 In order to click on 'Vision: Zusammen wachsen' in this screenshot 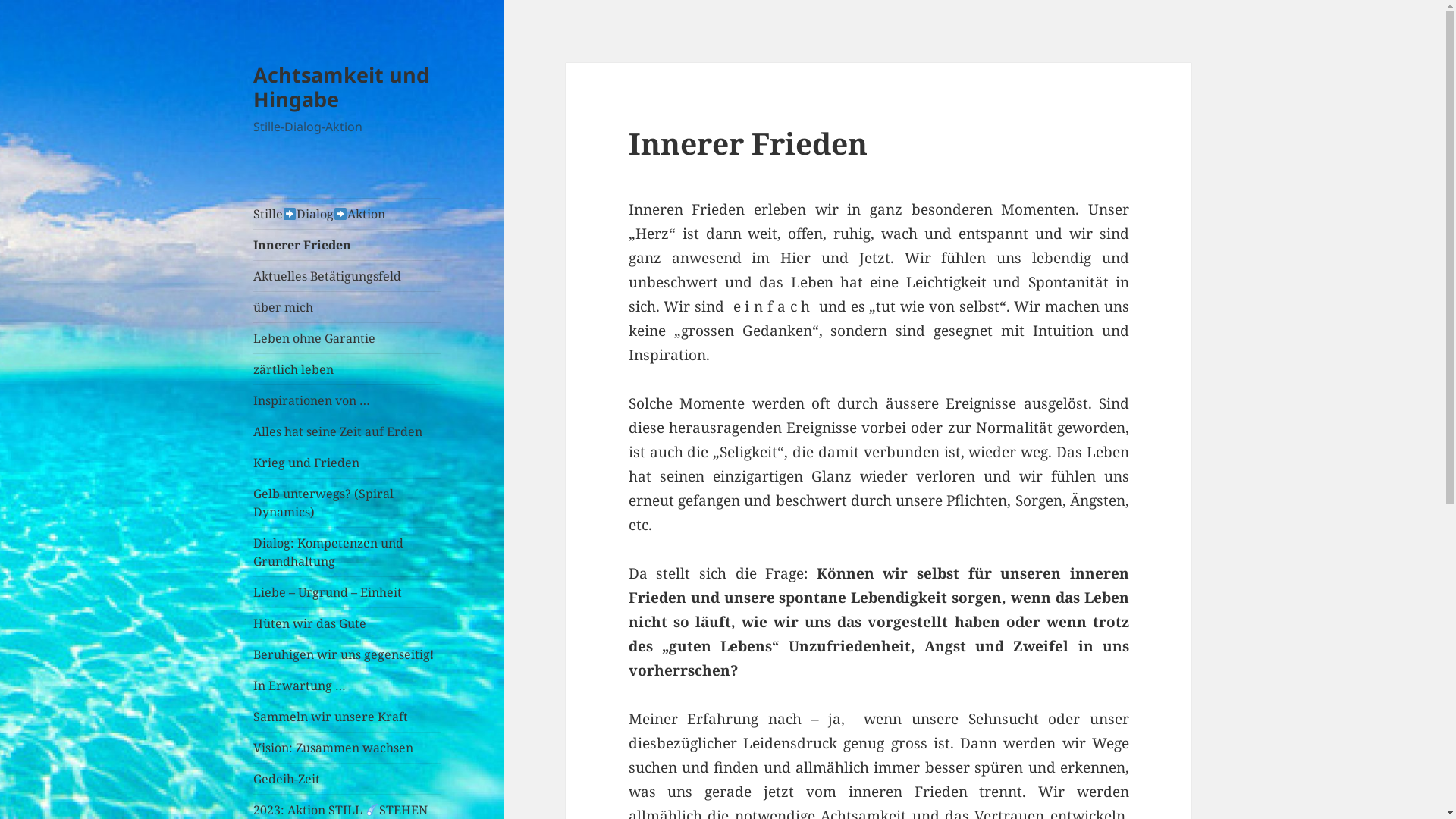, I will do `click(346, 747)`.